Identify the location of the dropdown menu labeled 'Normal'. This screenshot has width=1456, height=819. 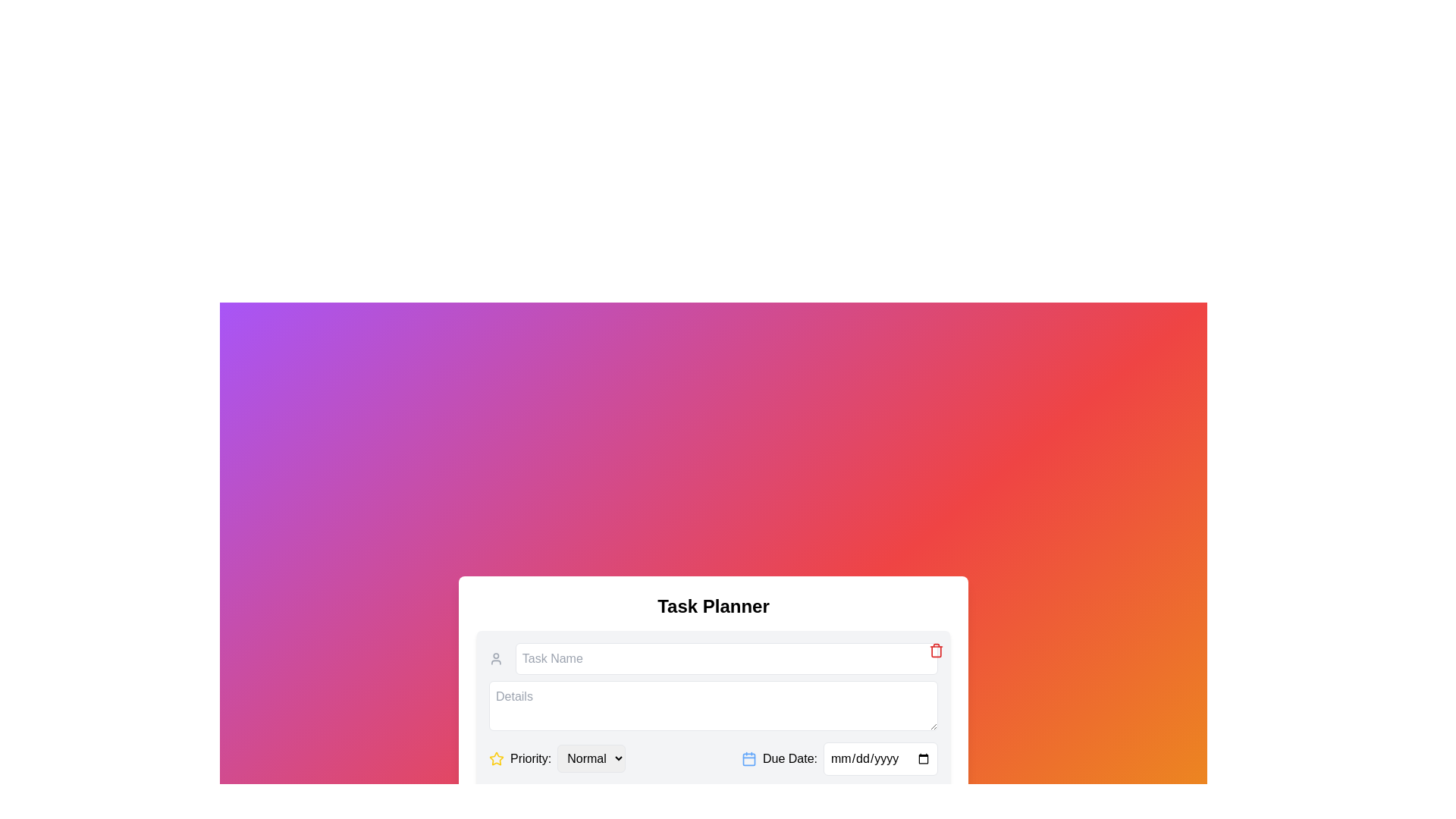
(591, 758).